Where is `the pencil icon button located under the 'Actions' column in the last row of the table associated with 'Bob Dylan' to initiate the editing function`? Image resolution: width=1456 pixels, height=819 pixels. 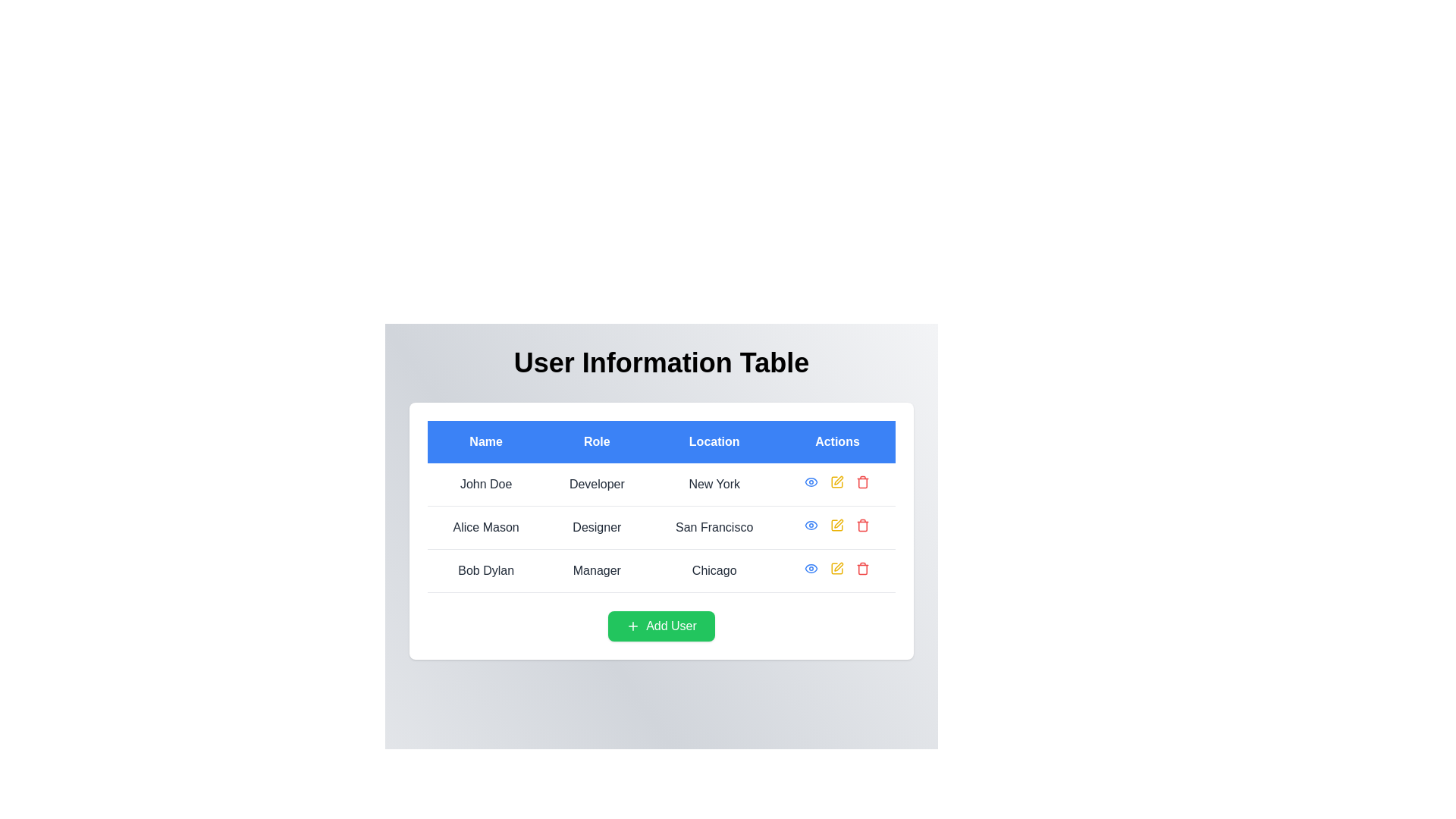
the pencil icon button located under the 'Actions' column in the last row of the table associated with 'Bob Dylan' to initiate the editing function is located at coordinates (838, 566).